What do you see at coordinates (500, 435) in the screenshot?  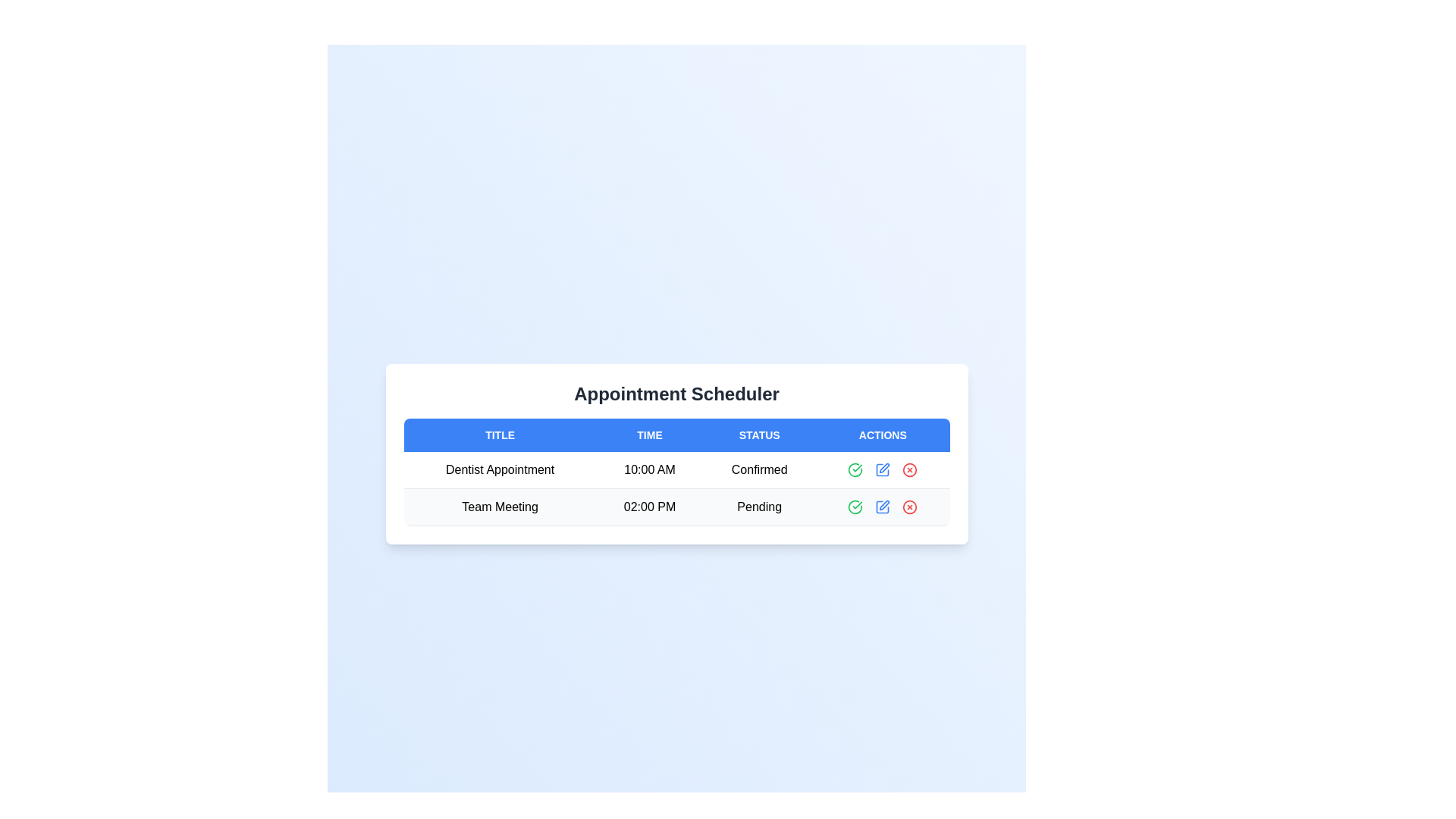 I see `the 'TITLE' column header in the structured data table, which is positioned at the top-left corner of the header row, adjacent to the 'TIME' column header` at bounding box center [500, 435].